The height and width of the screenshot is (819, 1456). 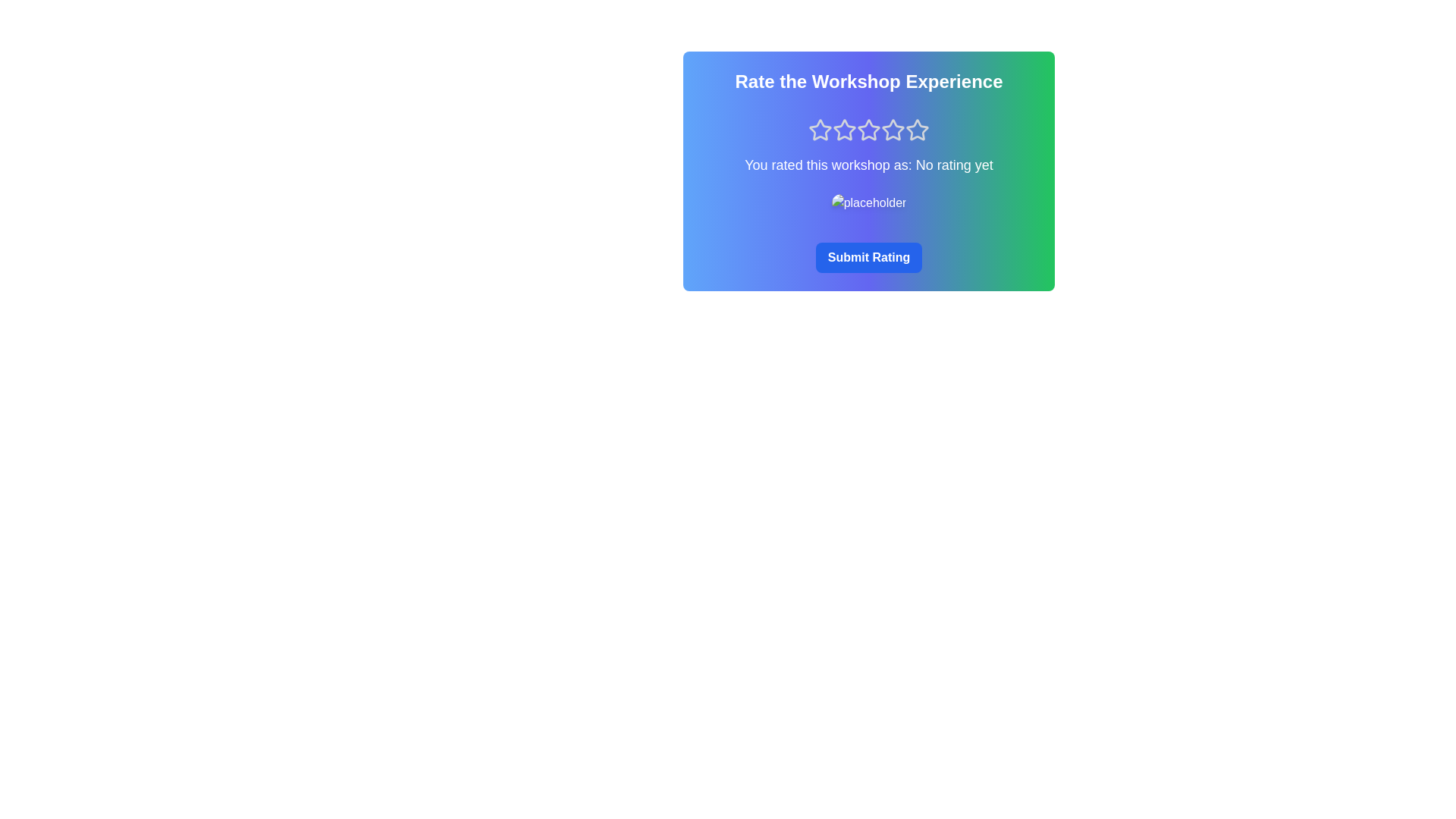 What do you see at coordinates (916, 130) in the screenshot?
I see `the star corresponding to 5 stars to preview the rating` at bounding box center [916, 130].